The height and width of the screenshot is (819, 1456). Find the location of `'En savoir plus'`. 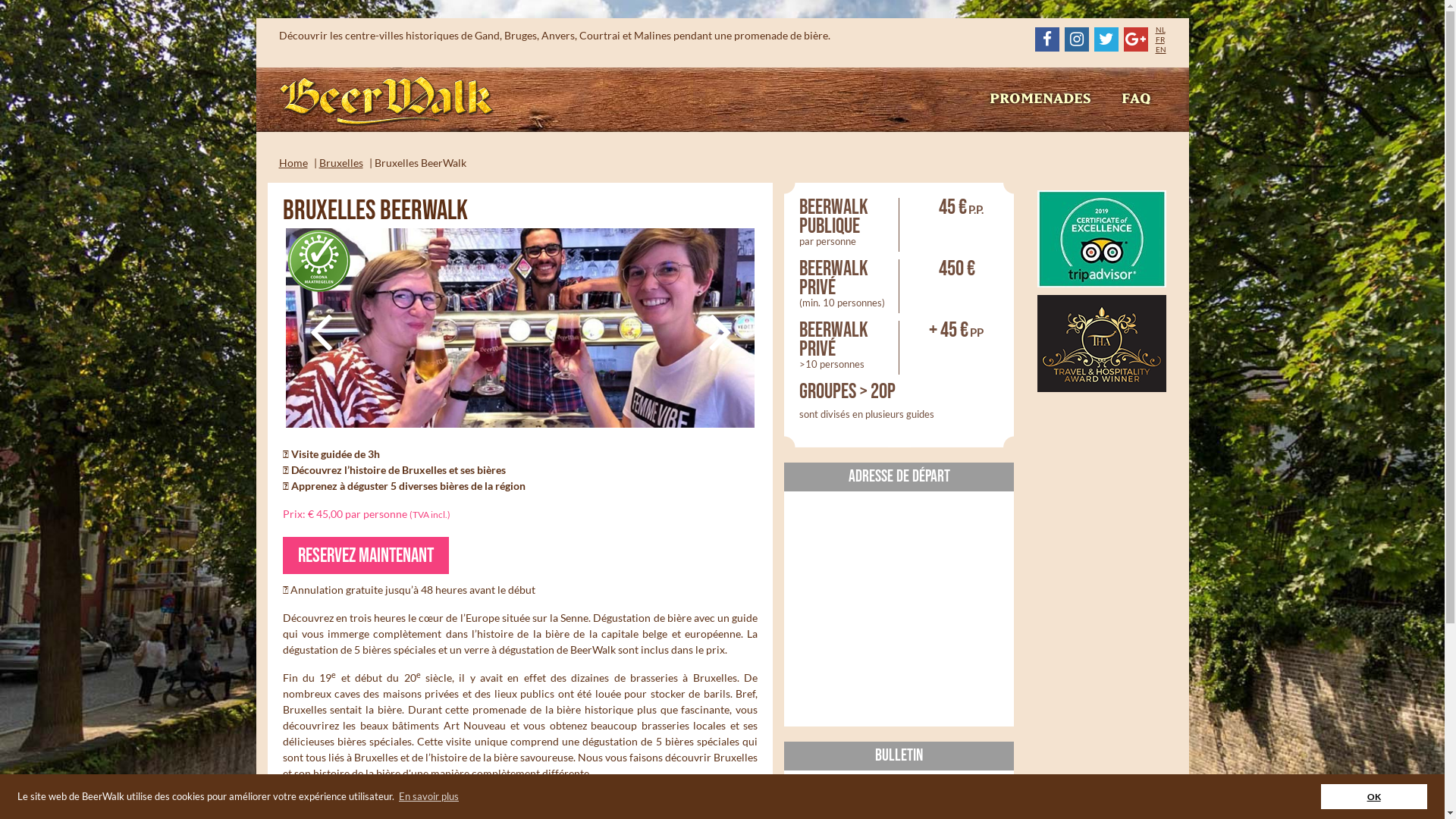

'En savoir plus' is located at coordinates (428, 795).